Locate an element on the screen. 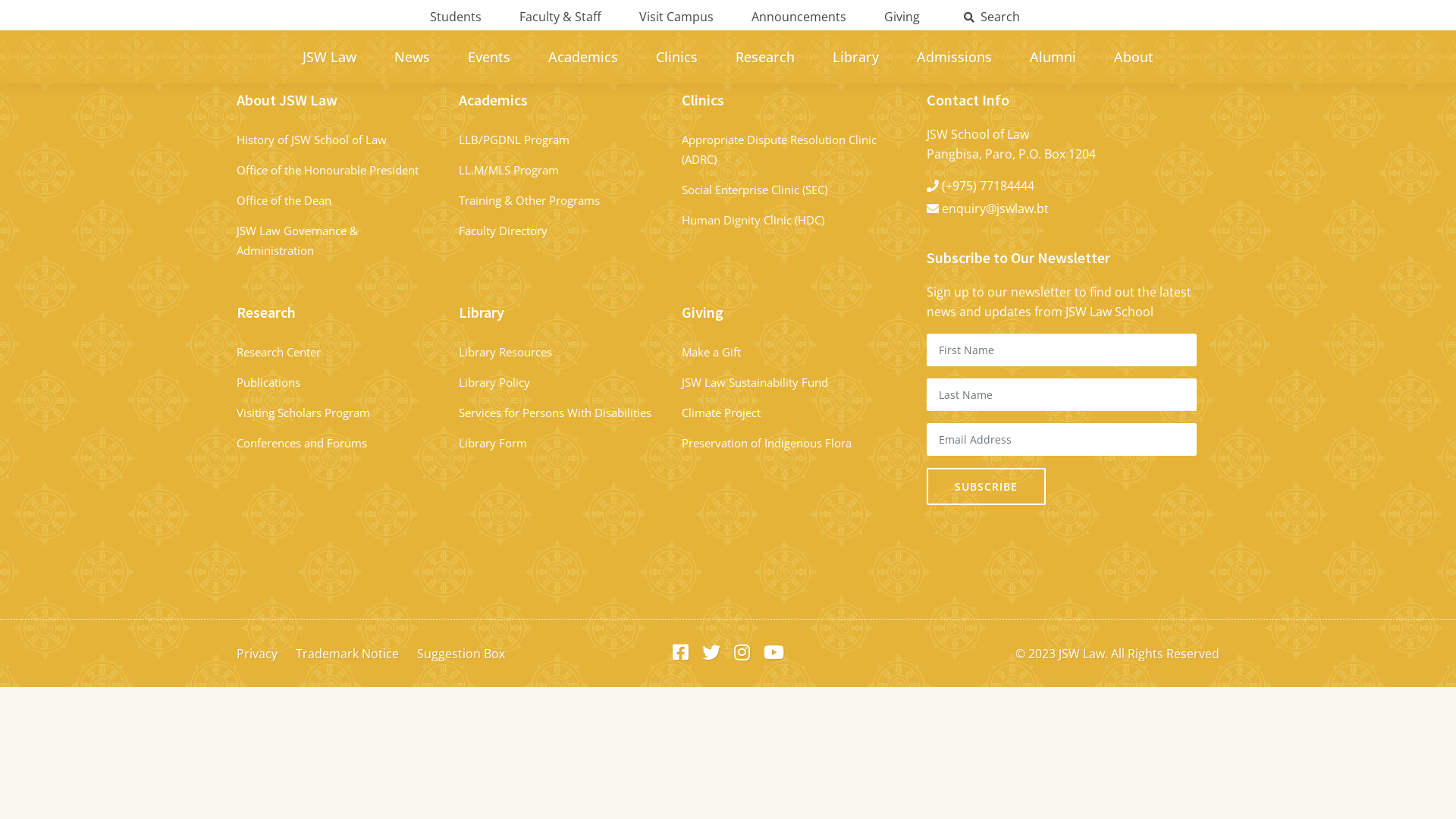 This screenshot has width=1456, height=819. 'Search' is located at coordinates (991, 17).